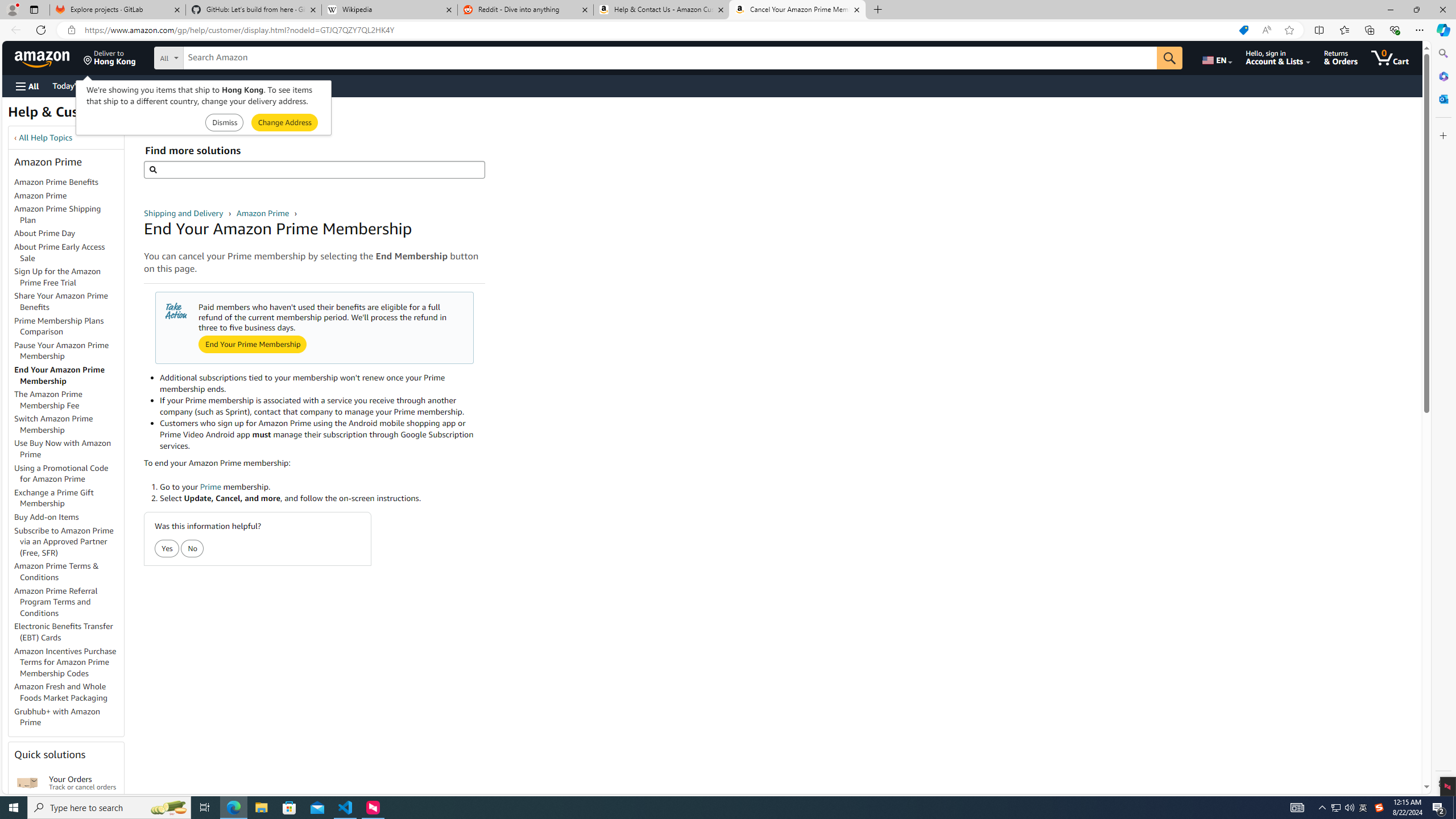  What do you see at coordinates (45, 137) in the screenshot?
I see `'All Help Topics'` at bounding box center [45, 137].